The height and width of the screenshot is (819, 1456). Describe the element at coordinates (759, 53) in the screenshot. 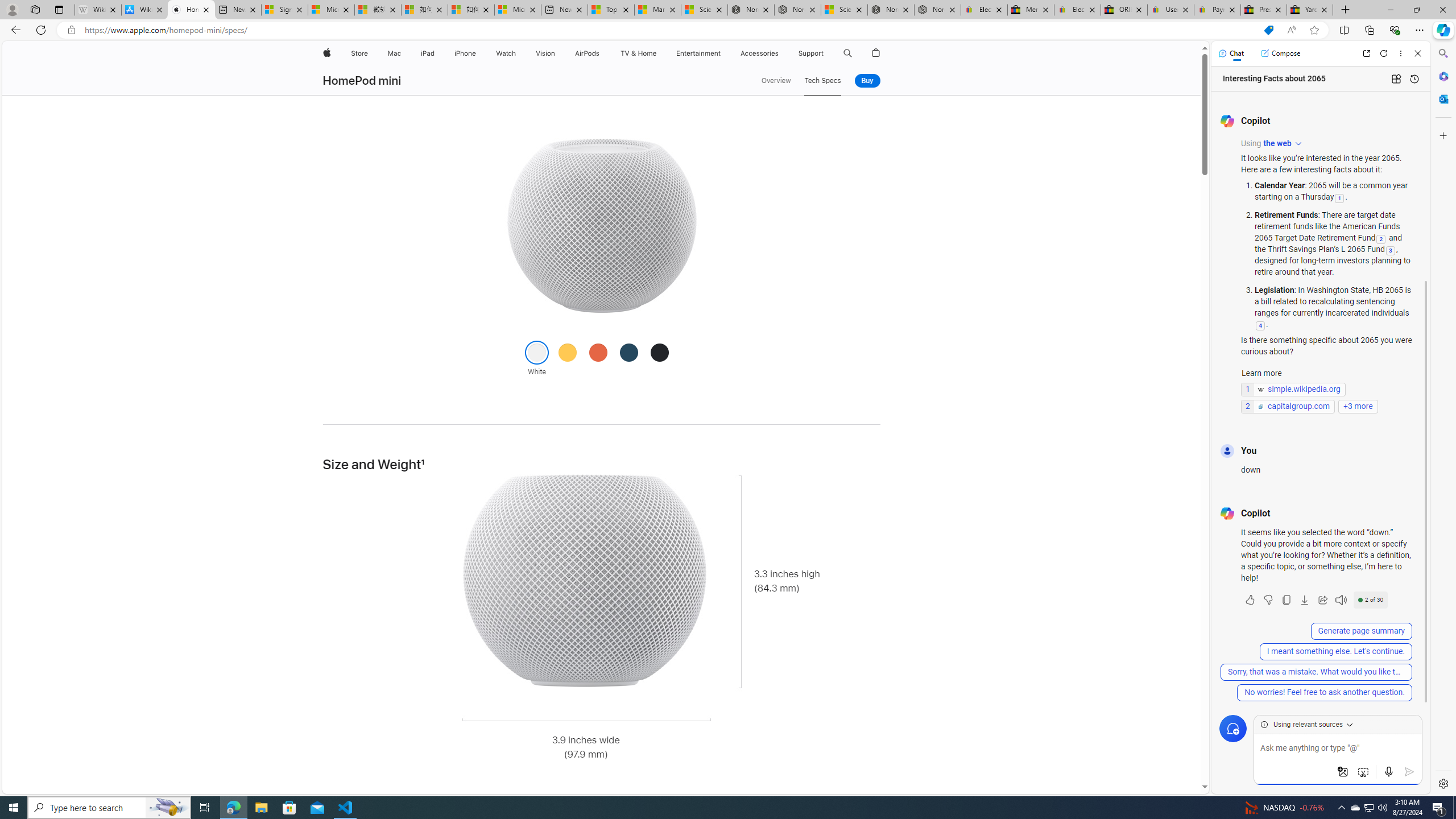

I see `'Accessories'` at that location.